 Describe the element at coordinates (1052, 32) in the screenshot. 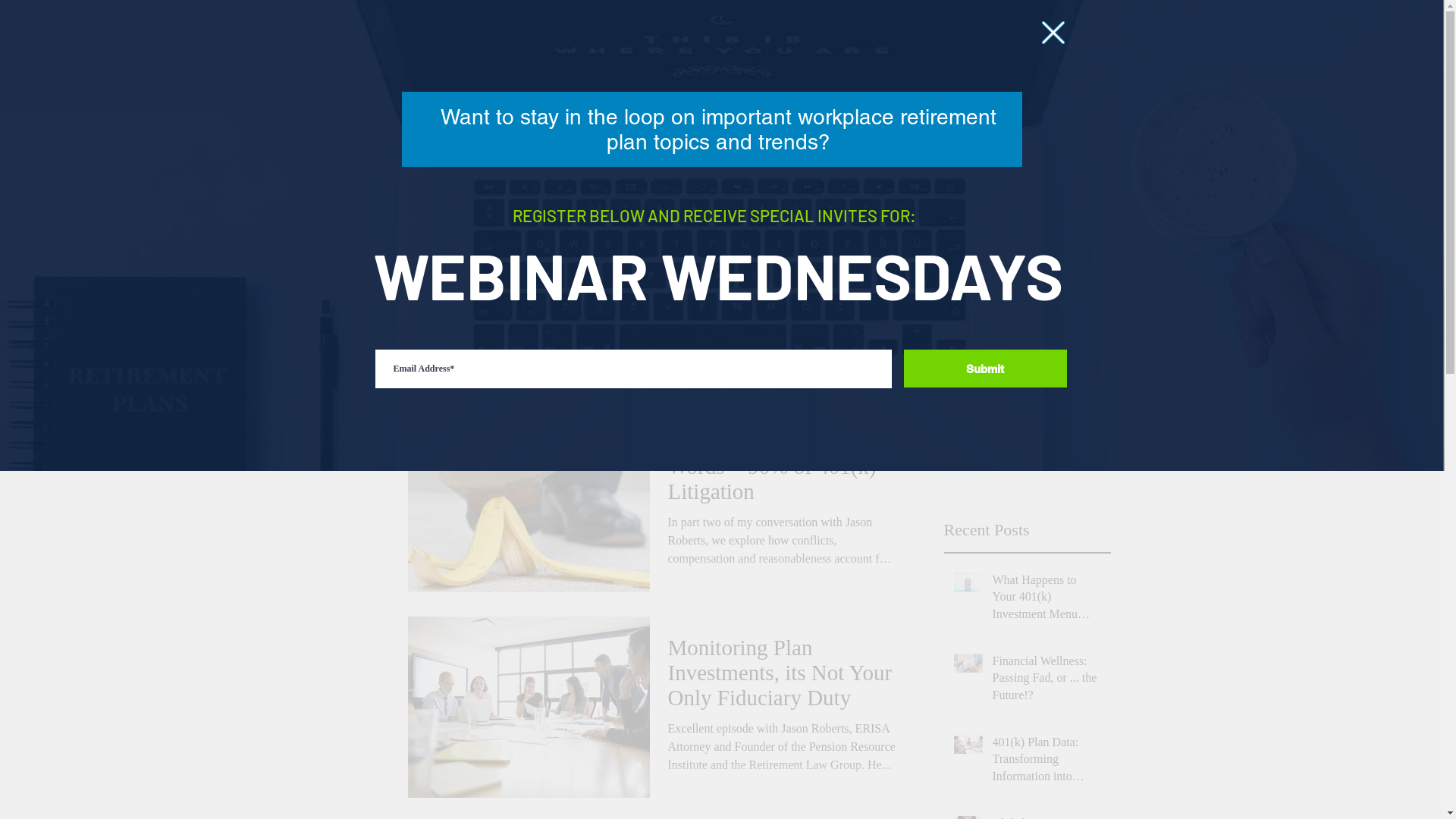

I see `'Back to site'` at that location.